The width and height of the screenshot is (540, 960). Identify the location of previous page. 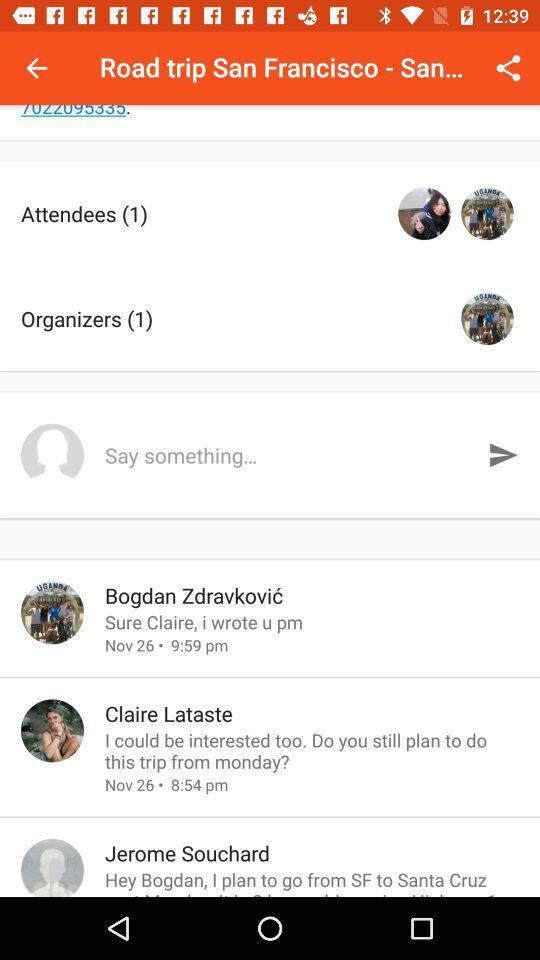
(36, 68).